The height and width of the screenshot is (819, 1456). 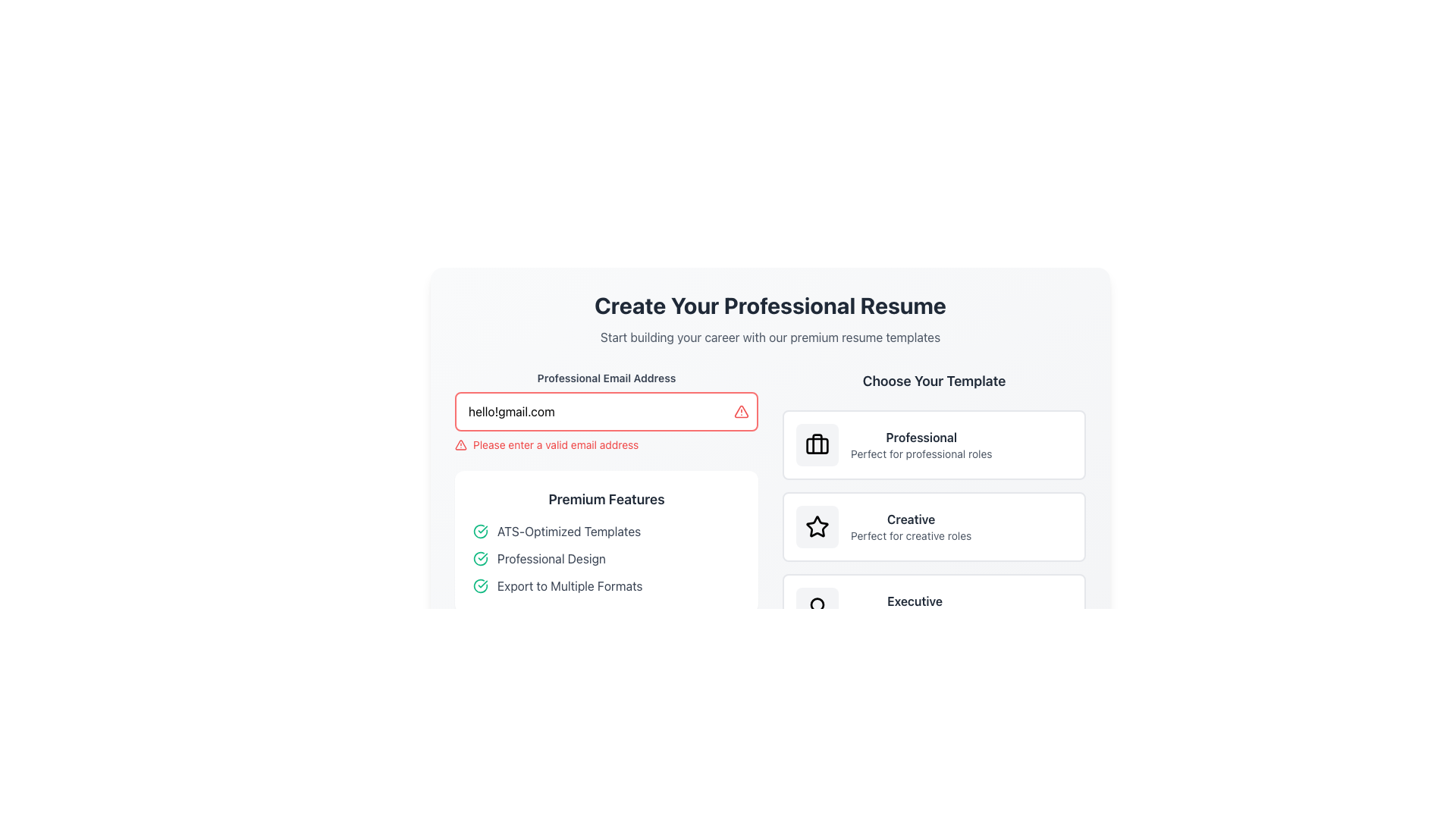 I want to click on the selection card item labeled 'Creative', which is the second option in the vertical menu under 'Choose Your Template', so click(x=934, y=526).